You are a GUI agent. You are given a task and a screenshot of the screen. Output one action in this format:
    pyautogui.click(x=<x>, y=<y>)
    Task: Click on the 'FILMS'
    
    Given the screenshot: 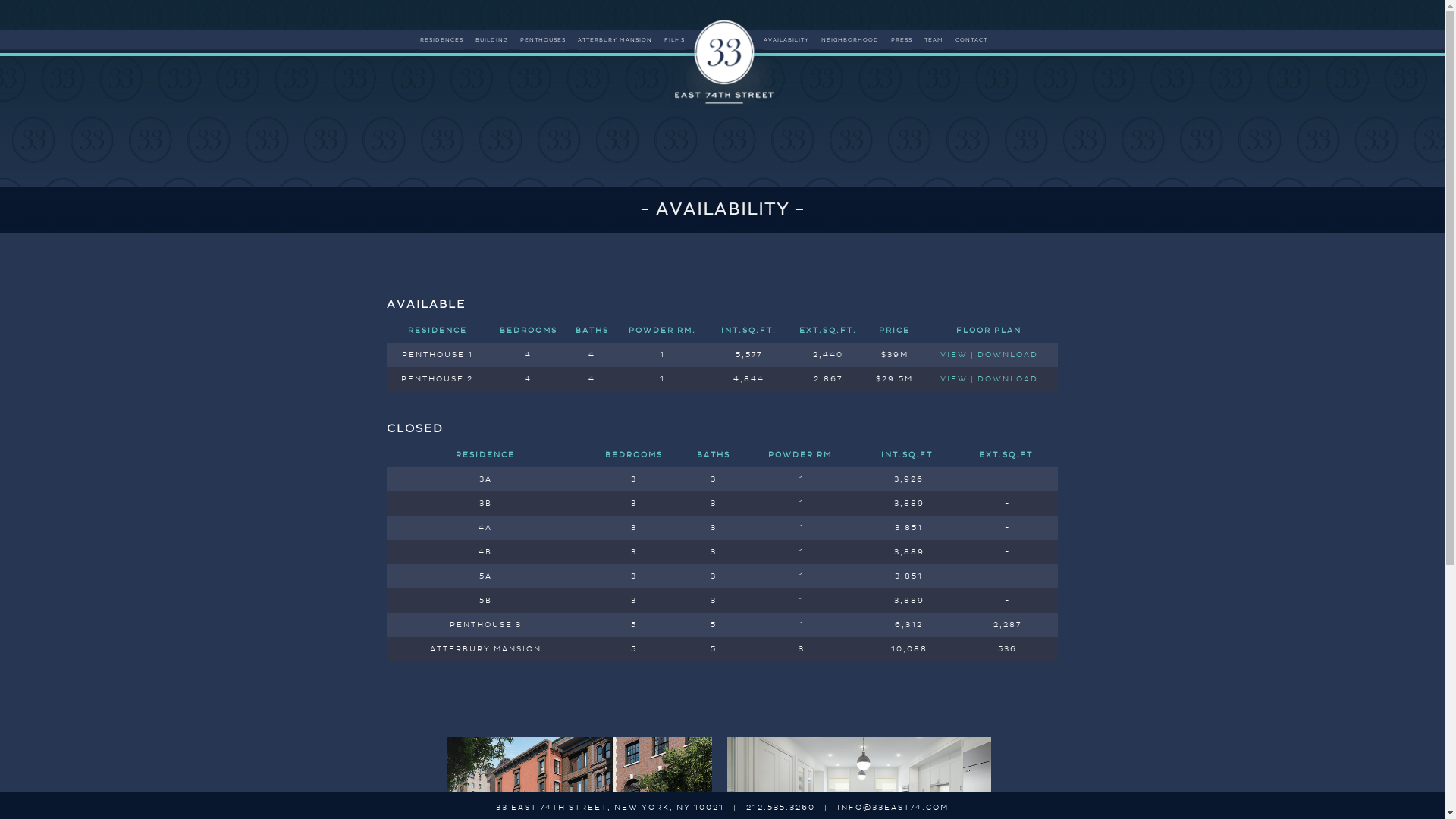 What is the action you would take?
    pyautogui.click(x=664, y=39)
    